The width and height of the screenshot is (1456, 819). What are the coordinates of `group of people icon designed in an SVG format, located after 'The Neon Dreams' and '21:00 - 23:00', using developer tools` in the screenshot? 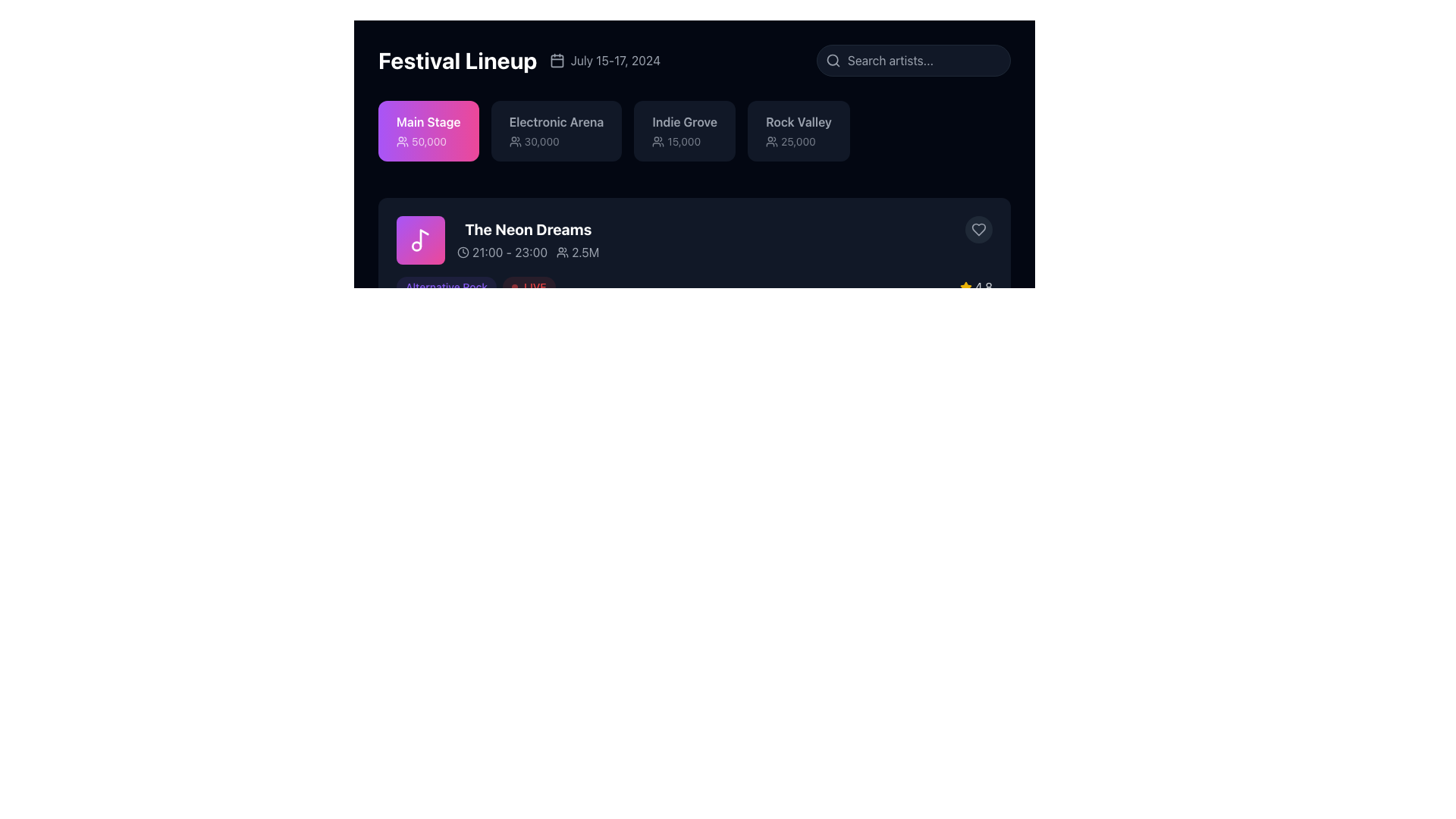 It's located at (562, 251).